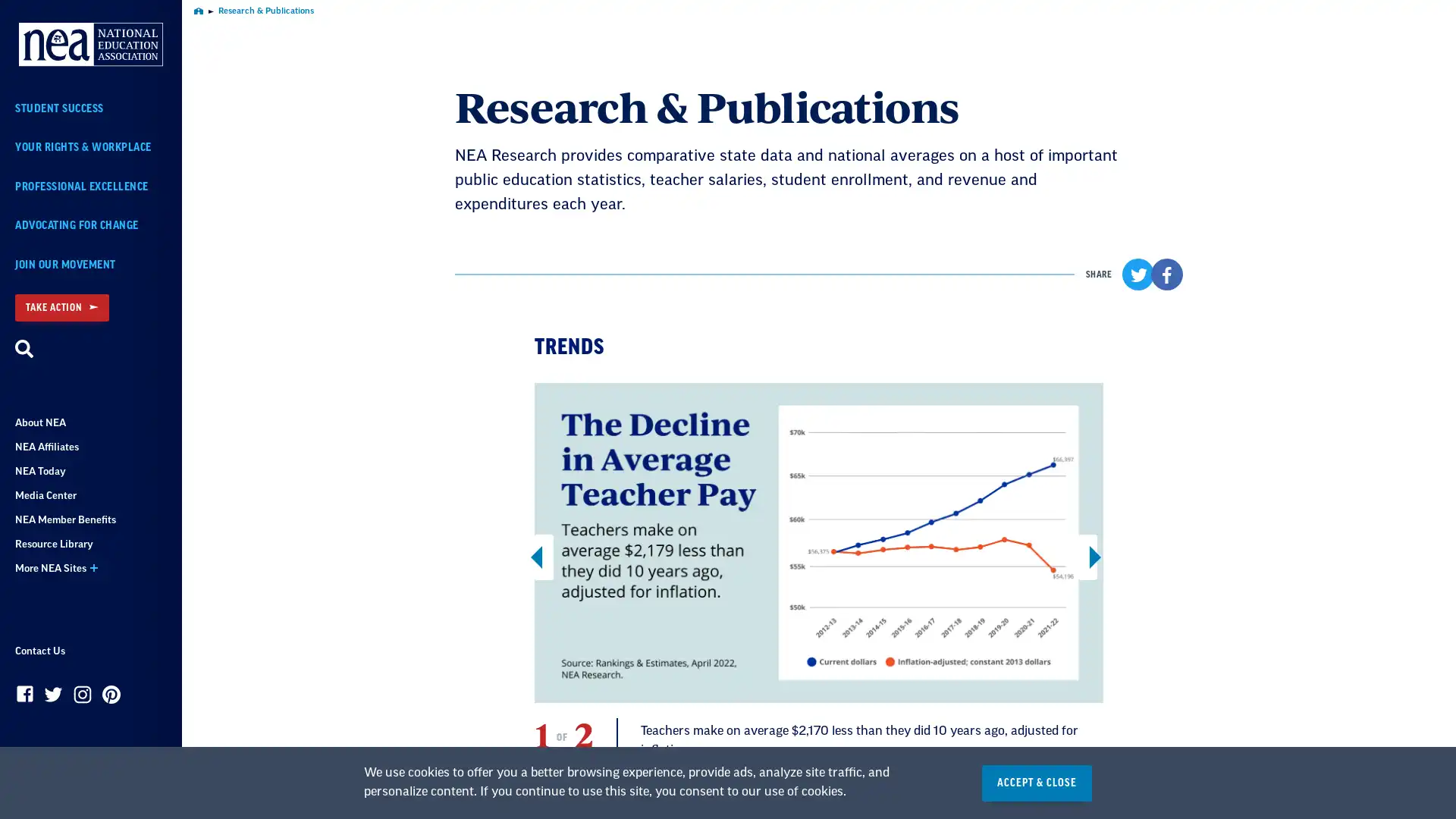  What do you see at coordinates (24, 350) in the screenshot?
I see `Search` at bounding box center [24, 350].